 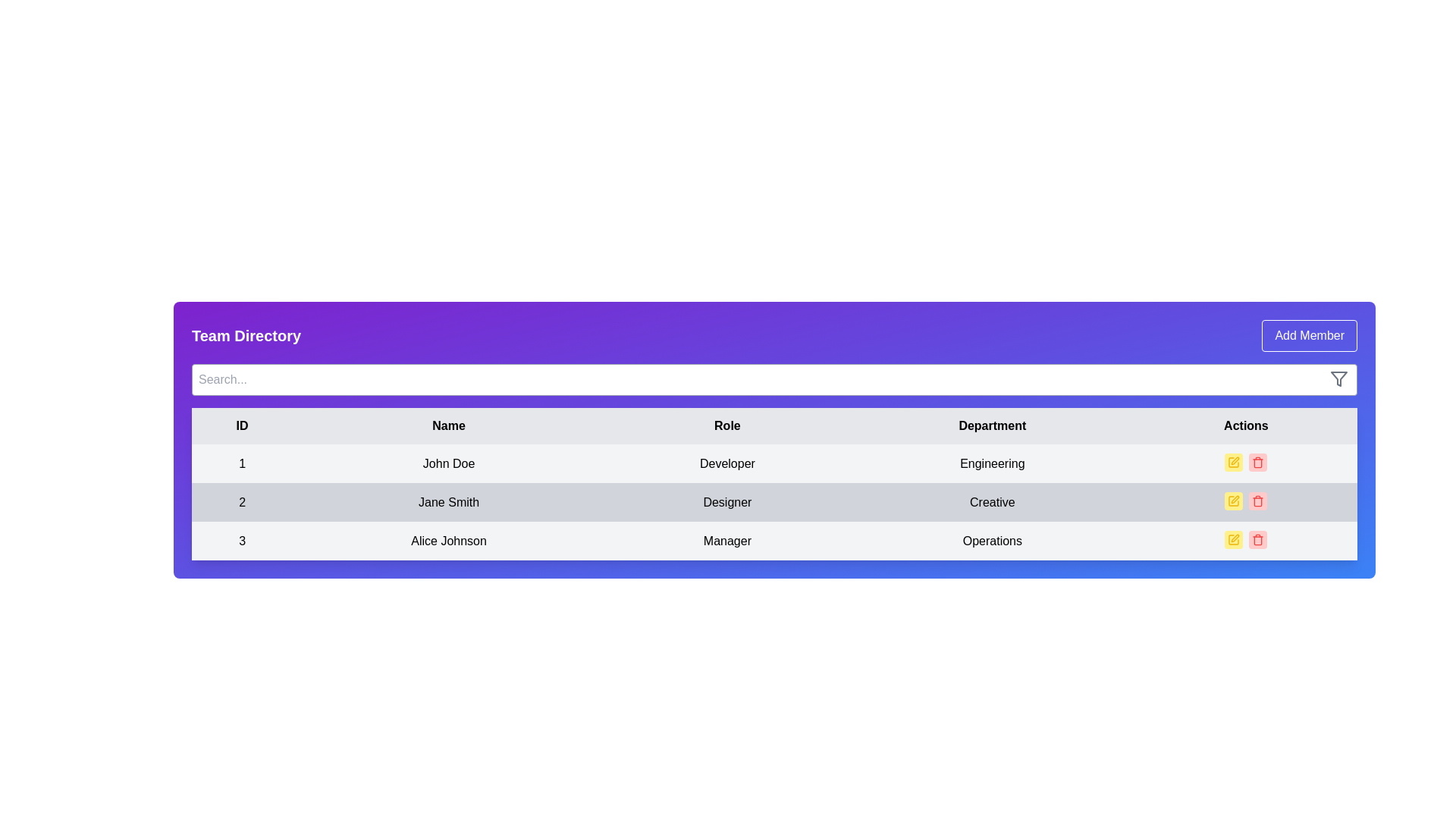 I want to click on the header label displaying the word 'ID', which is bold and part of the top row of a table, aligned to the left with a gray background, so click(x=241, y=426).